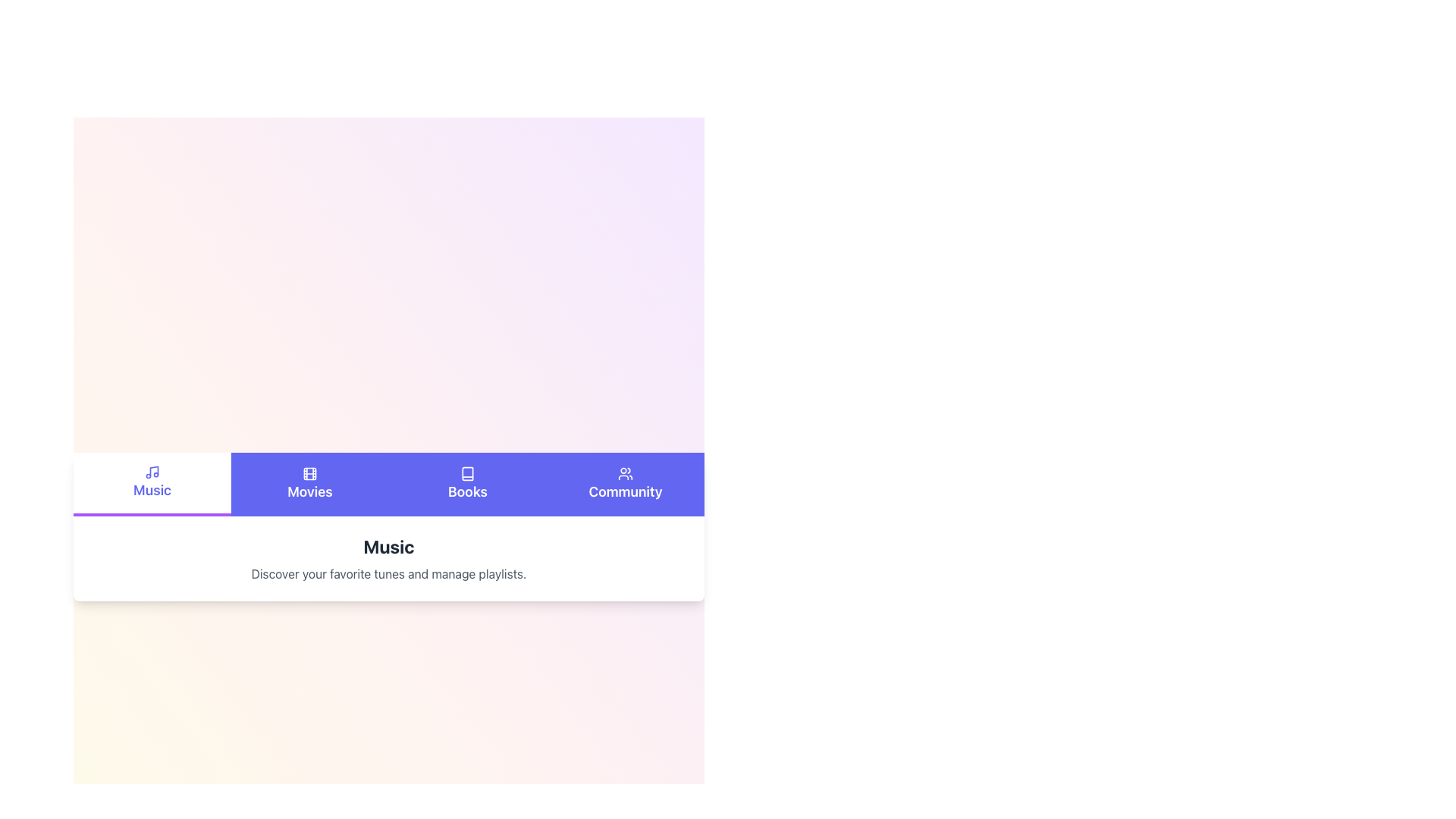 This screenshot has height=819, width=1456. What do you see at coordinates (626, 491) in the screenshot?
I see `the 'Community' text label in the navigation bar, which serves as a link to community-related features of the application` at bounding box center [626, 491].